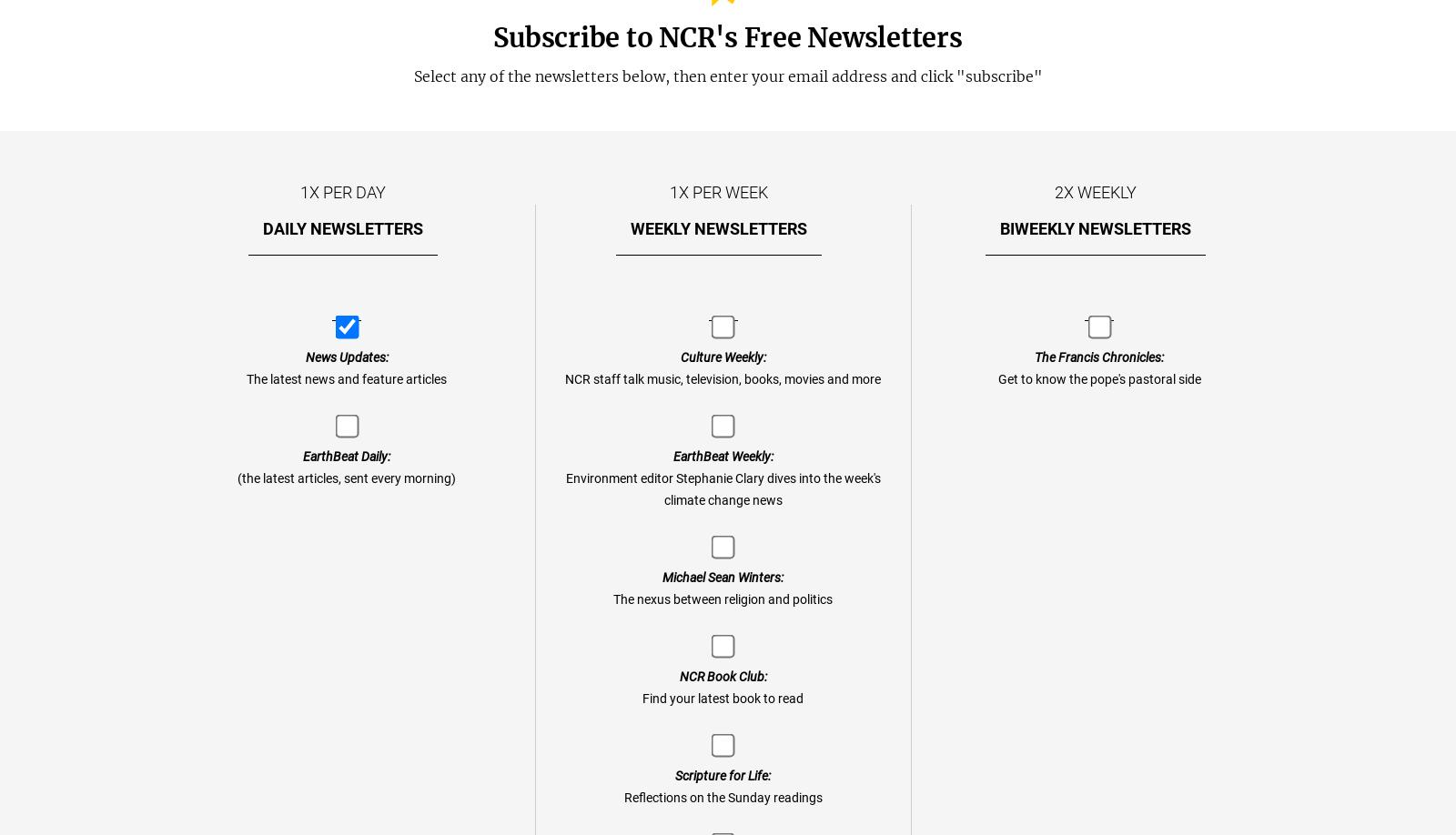 The height and width of the screenshot is (835, 1456). What do you see at coordinates (346, 356) in the screenshot?
I see `'News Updates:'` at bounding box center [346, 356].